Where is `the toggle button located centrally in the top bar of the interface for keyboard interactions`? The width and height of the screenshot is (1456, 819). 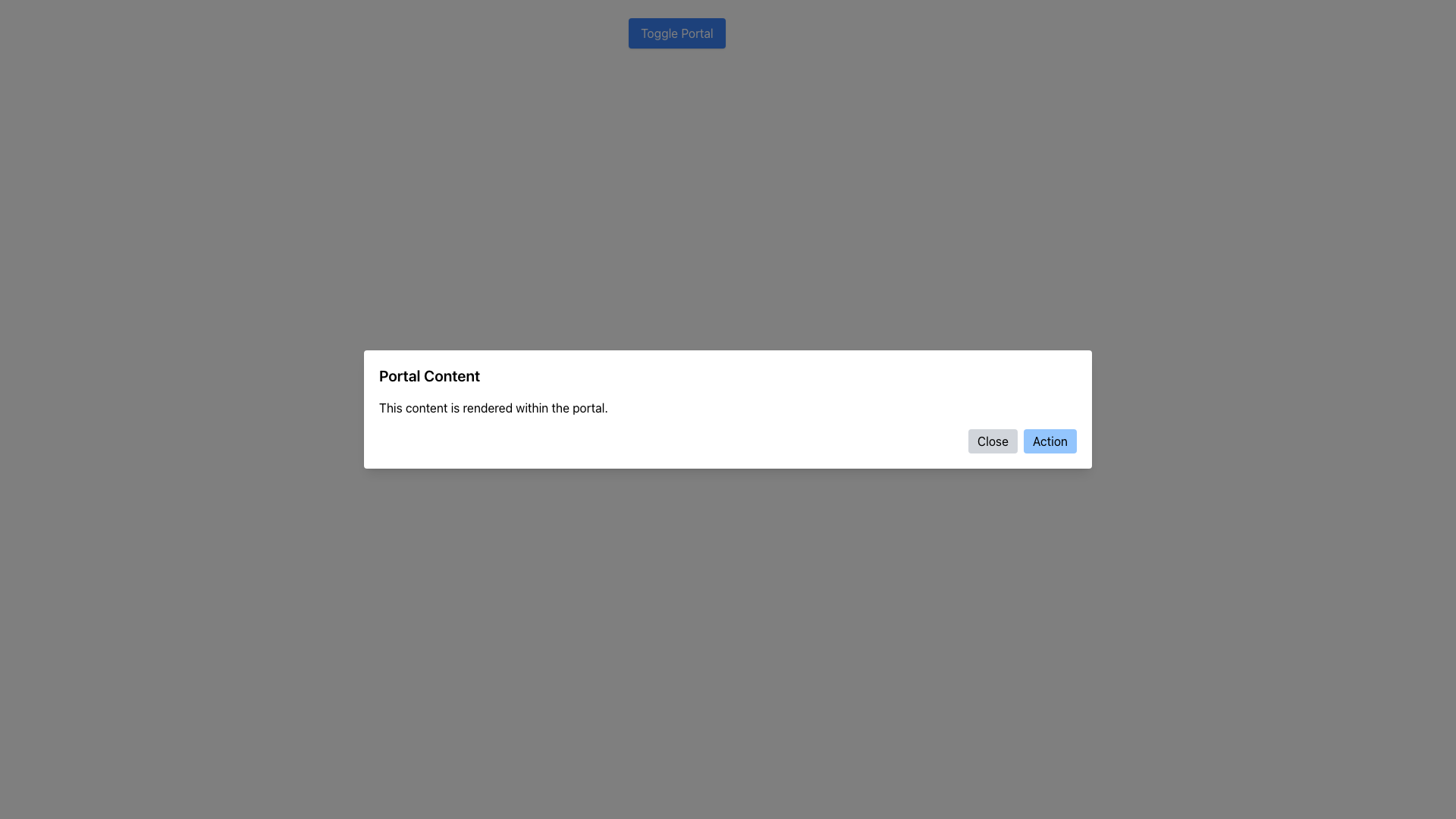 the toggle button located centrally in the top bar of the interface for keyboard interactions is located at coordinates (676, 33).